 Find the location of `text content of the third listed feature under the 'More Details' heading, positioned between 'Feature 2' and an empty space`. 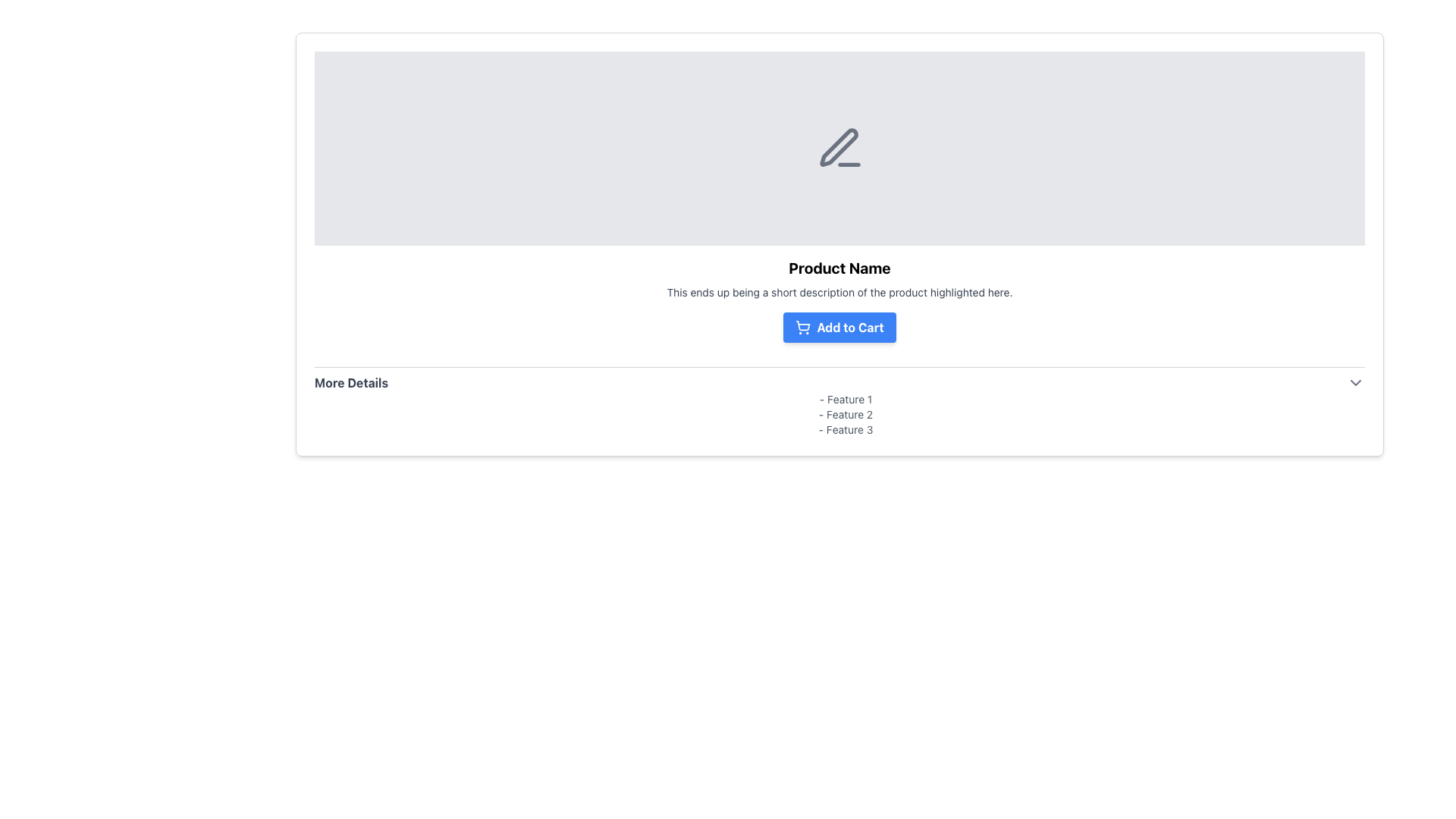

text content of the third listed feature under the 'More Details' heading, positioned between 'Feature 2' and an empty space is located at coordinates (845, 430).